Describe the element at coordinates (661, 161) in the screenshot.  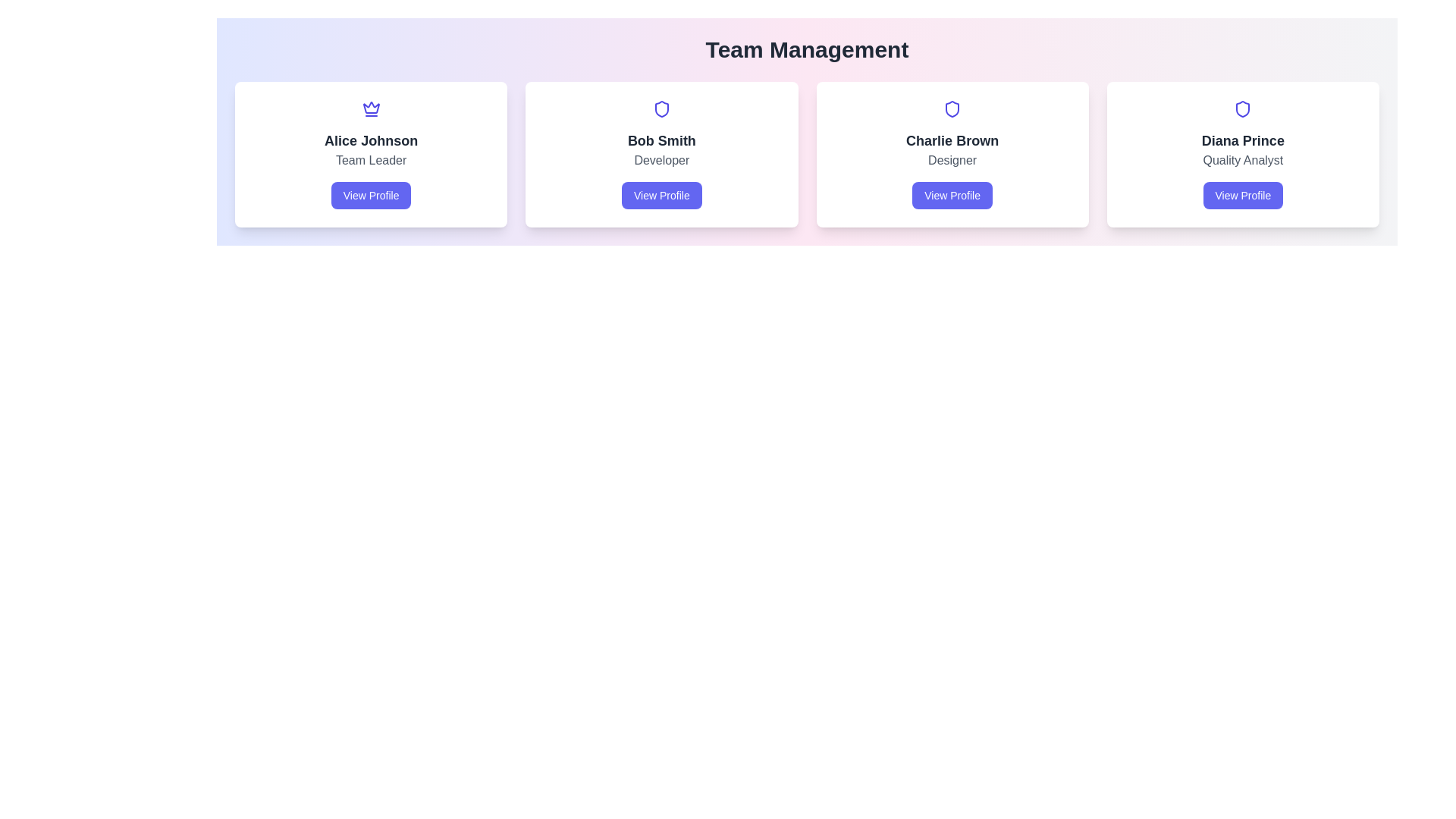
I see `the static text label displaying 'Developer', which is styled in gray and located within the card titled 'Bob Smith', positioned below the name label and above the 'View Profile' button` at that location.